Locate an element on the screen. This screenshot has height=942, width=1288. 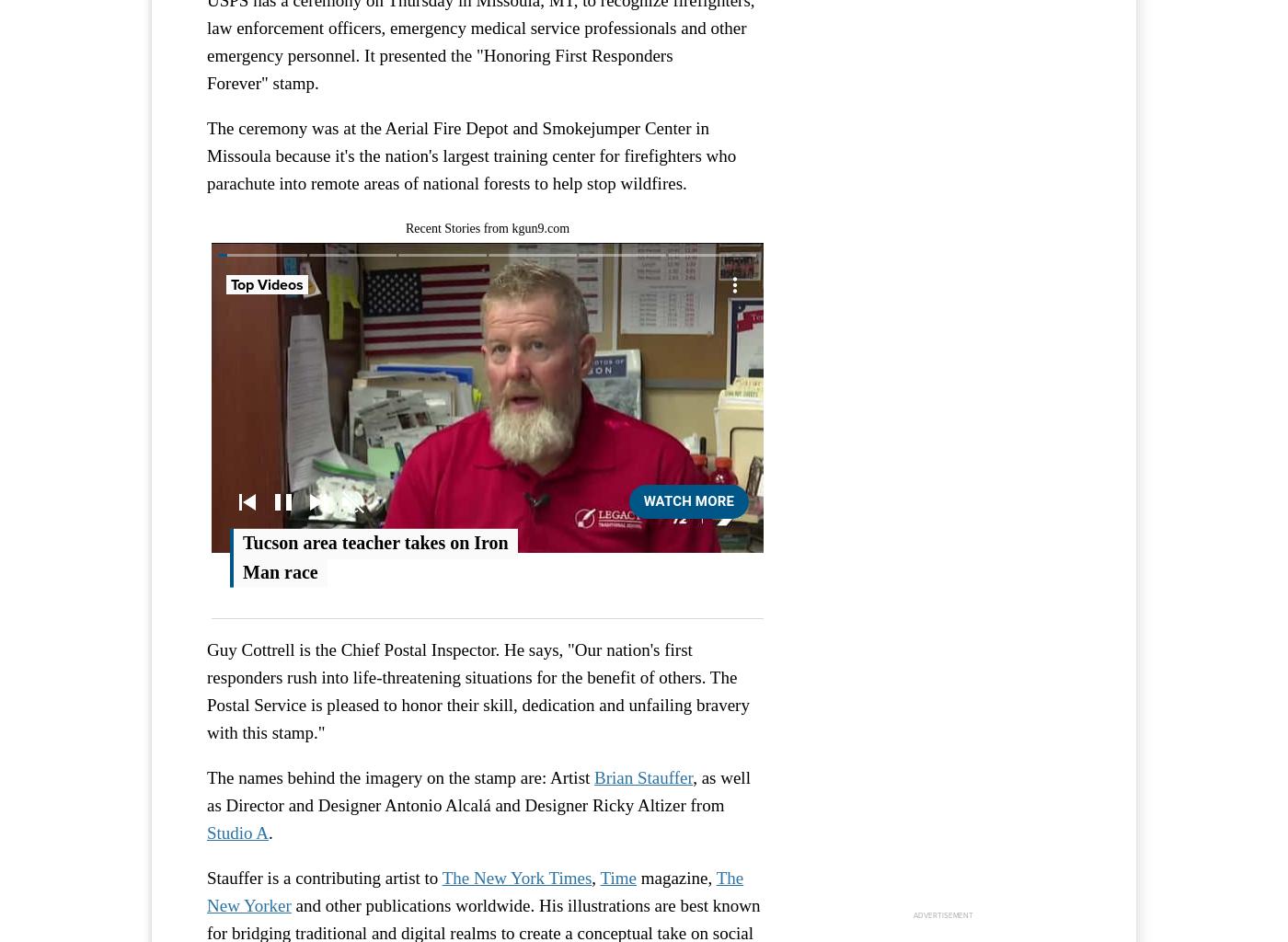
'Studio A' is located at coordinates (237, 832).